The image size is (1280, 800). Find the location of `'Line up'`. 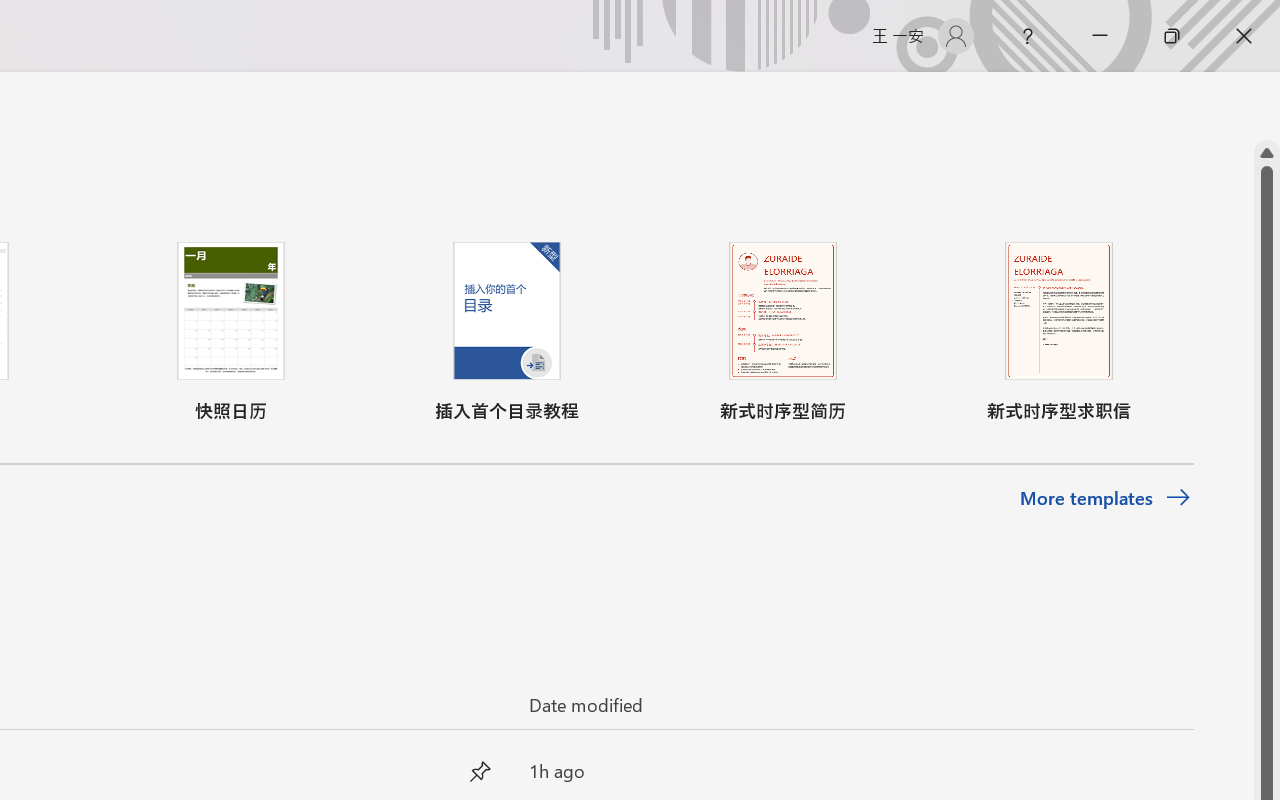

'Line up' is located at coordinates (1266, 153).